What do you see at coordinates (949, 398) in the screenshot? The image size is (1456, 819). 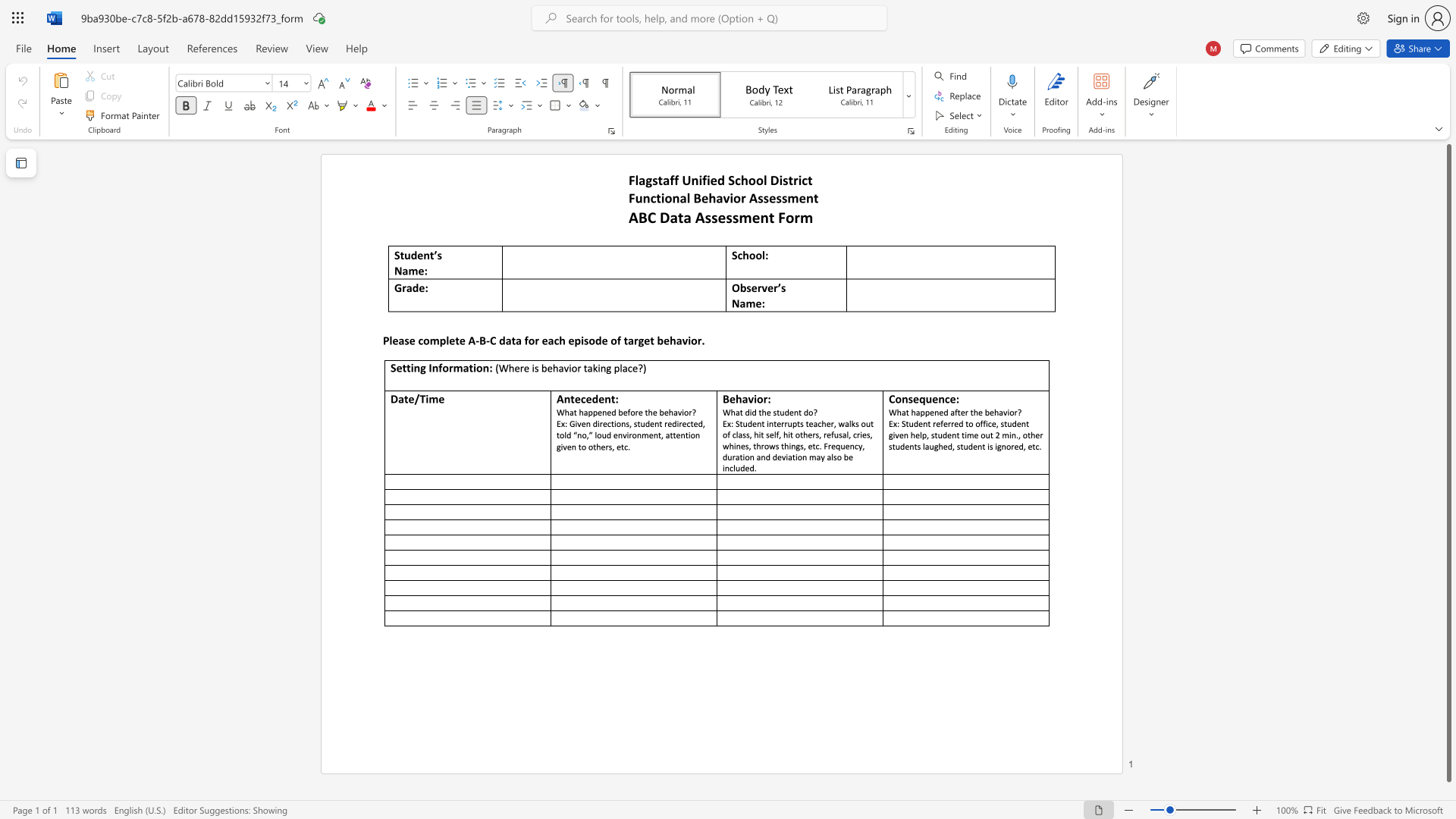 I see `the subset text "e:" within the text "Consequence:"` at bounding box center [949, 398].